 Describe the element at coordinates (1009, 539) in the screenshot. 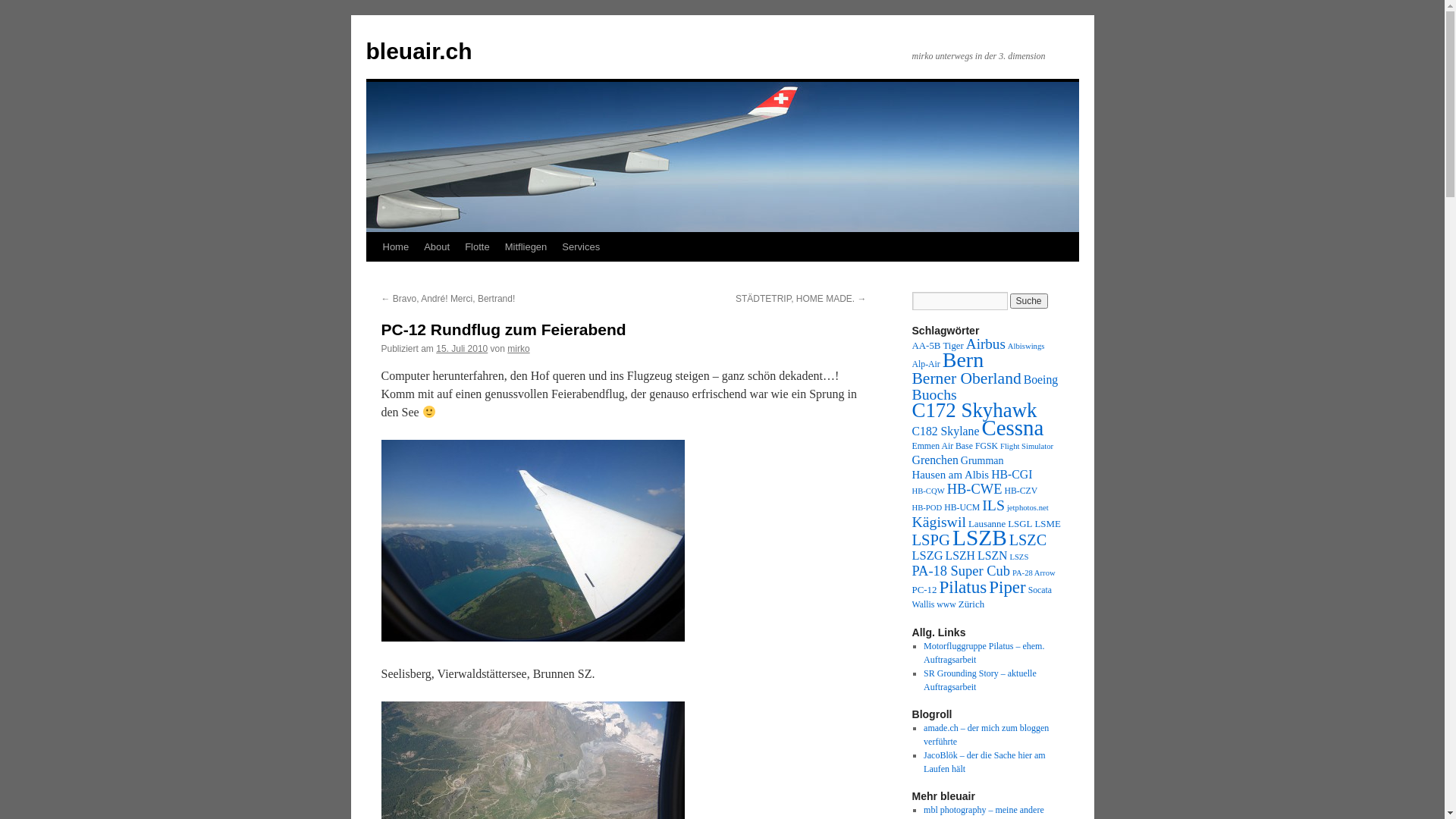

I see `'LSZC'` at that location.